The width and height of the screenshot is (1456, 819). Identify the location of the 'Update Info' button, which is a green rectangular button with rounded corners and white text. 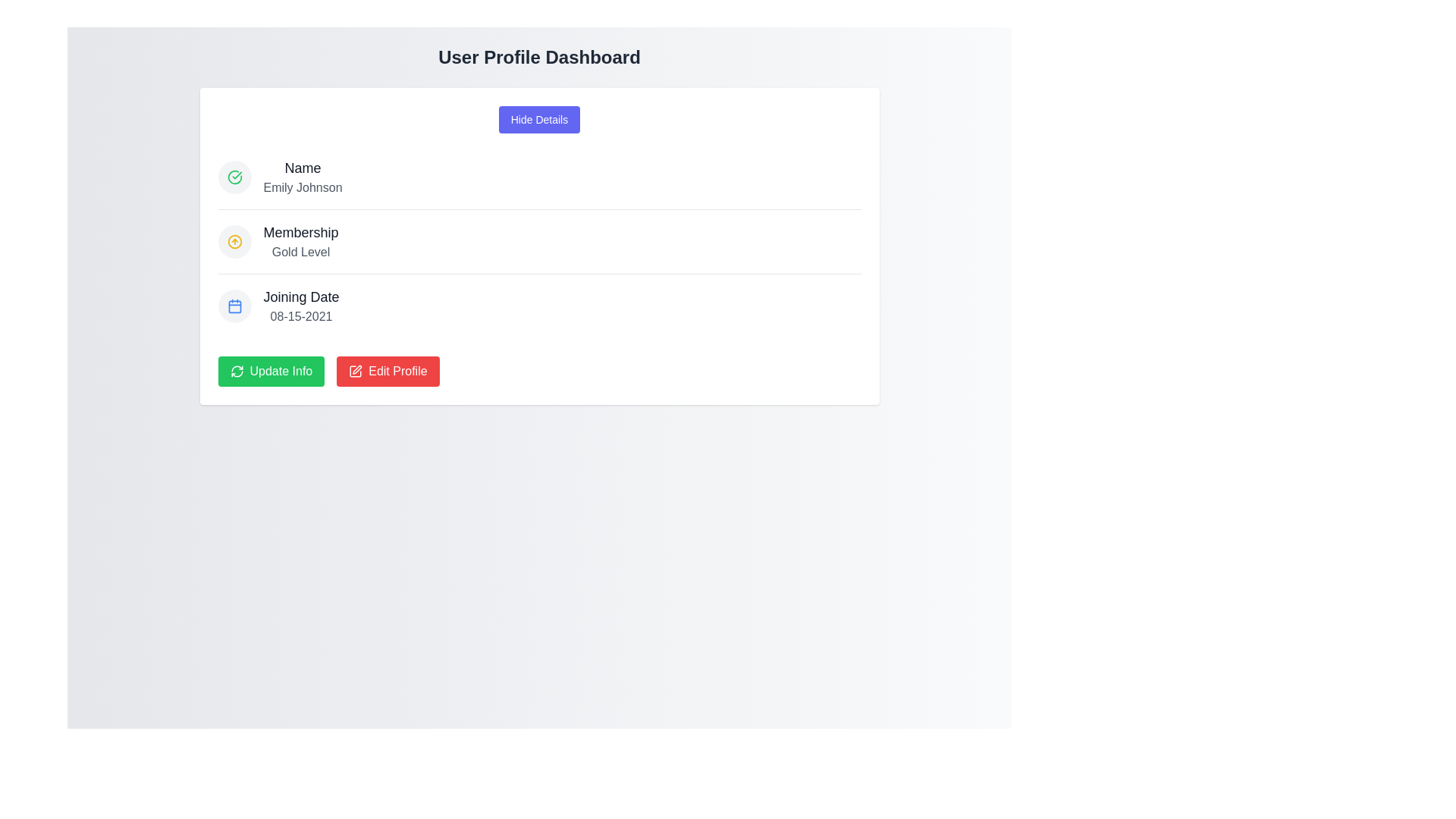
(271, 371).